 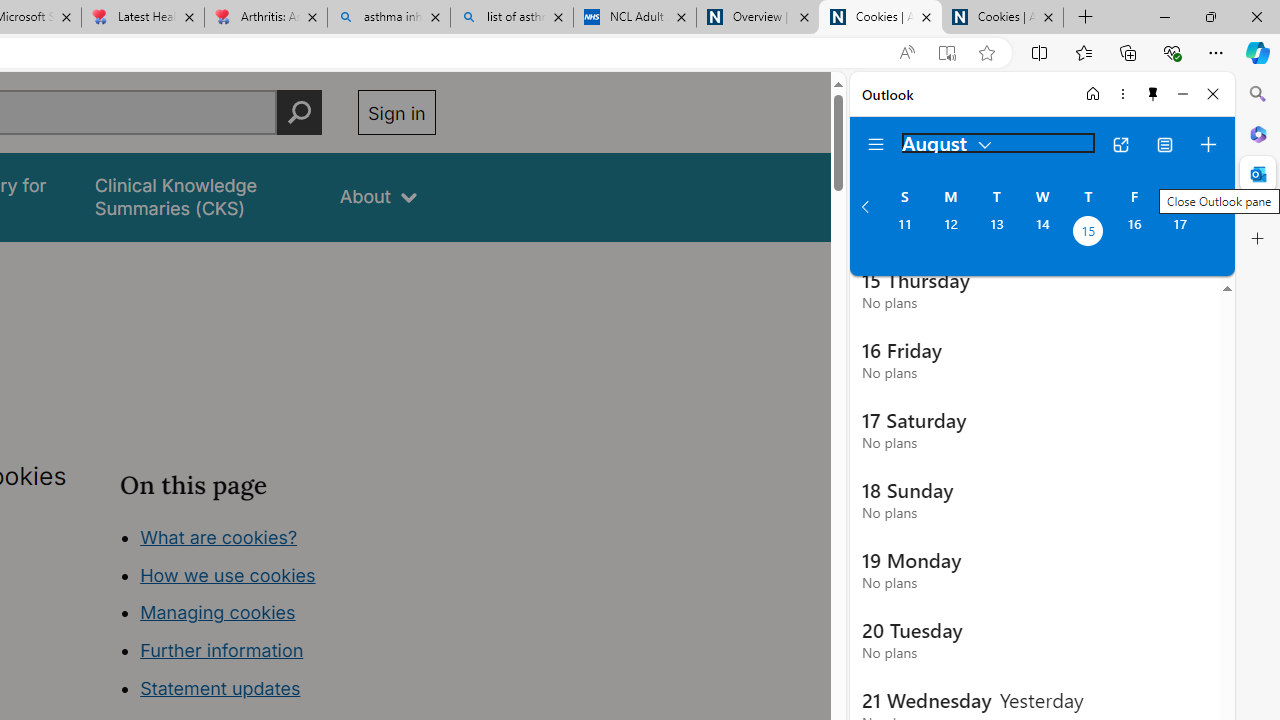 I want to click on 'Enter Immersive Reader (F9)', so click(x=945, y=52).